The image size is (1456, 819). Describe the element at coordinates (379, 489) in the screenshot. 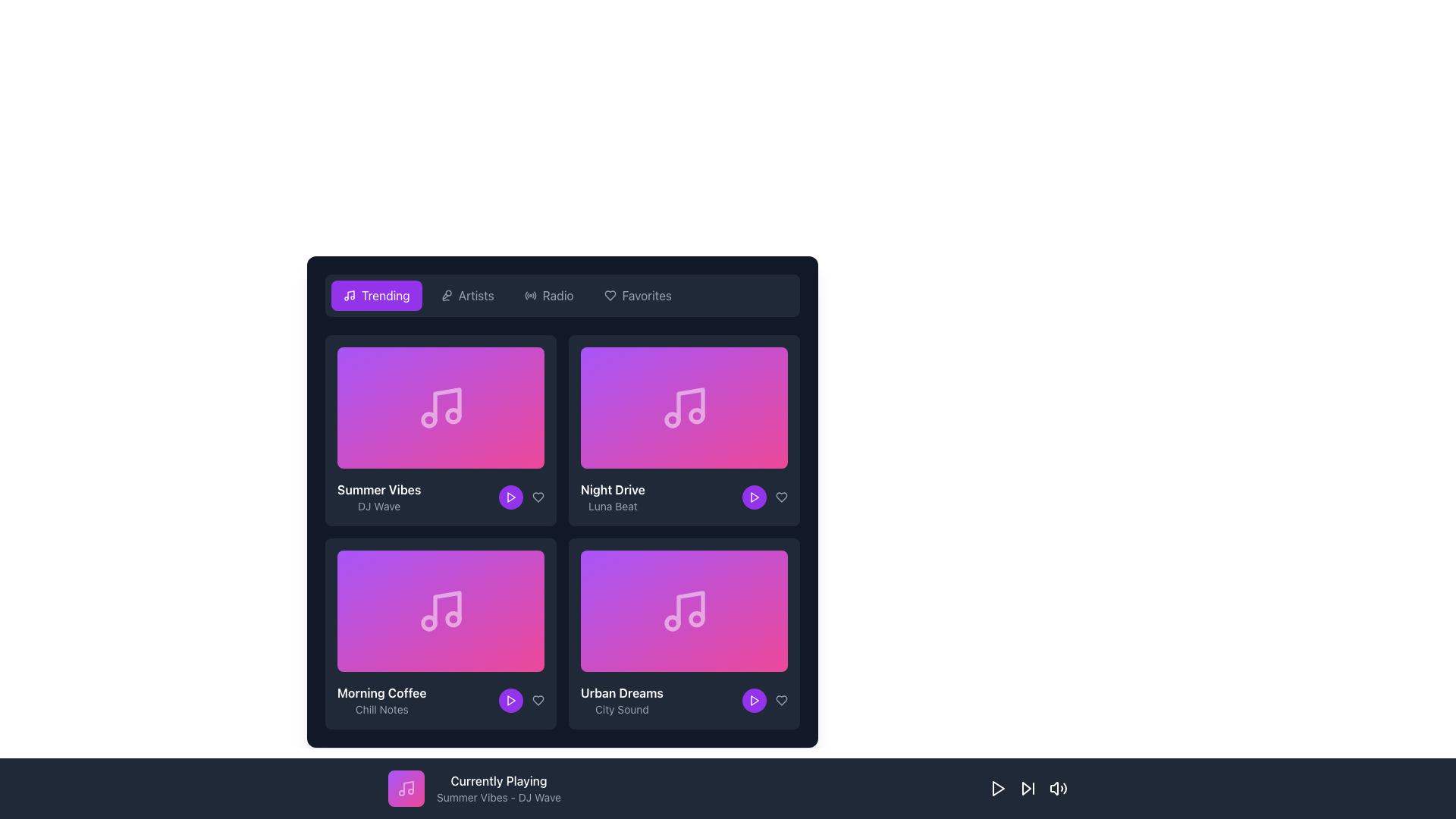

I see `the 'Summer Vibes' text label, which is styled in bold white text and located in the first column and first row of the 'Trending' section, above the 'DJ Wave' text and below the album artwork, if it is enabled for navigation` at that location.